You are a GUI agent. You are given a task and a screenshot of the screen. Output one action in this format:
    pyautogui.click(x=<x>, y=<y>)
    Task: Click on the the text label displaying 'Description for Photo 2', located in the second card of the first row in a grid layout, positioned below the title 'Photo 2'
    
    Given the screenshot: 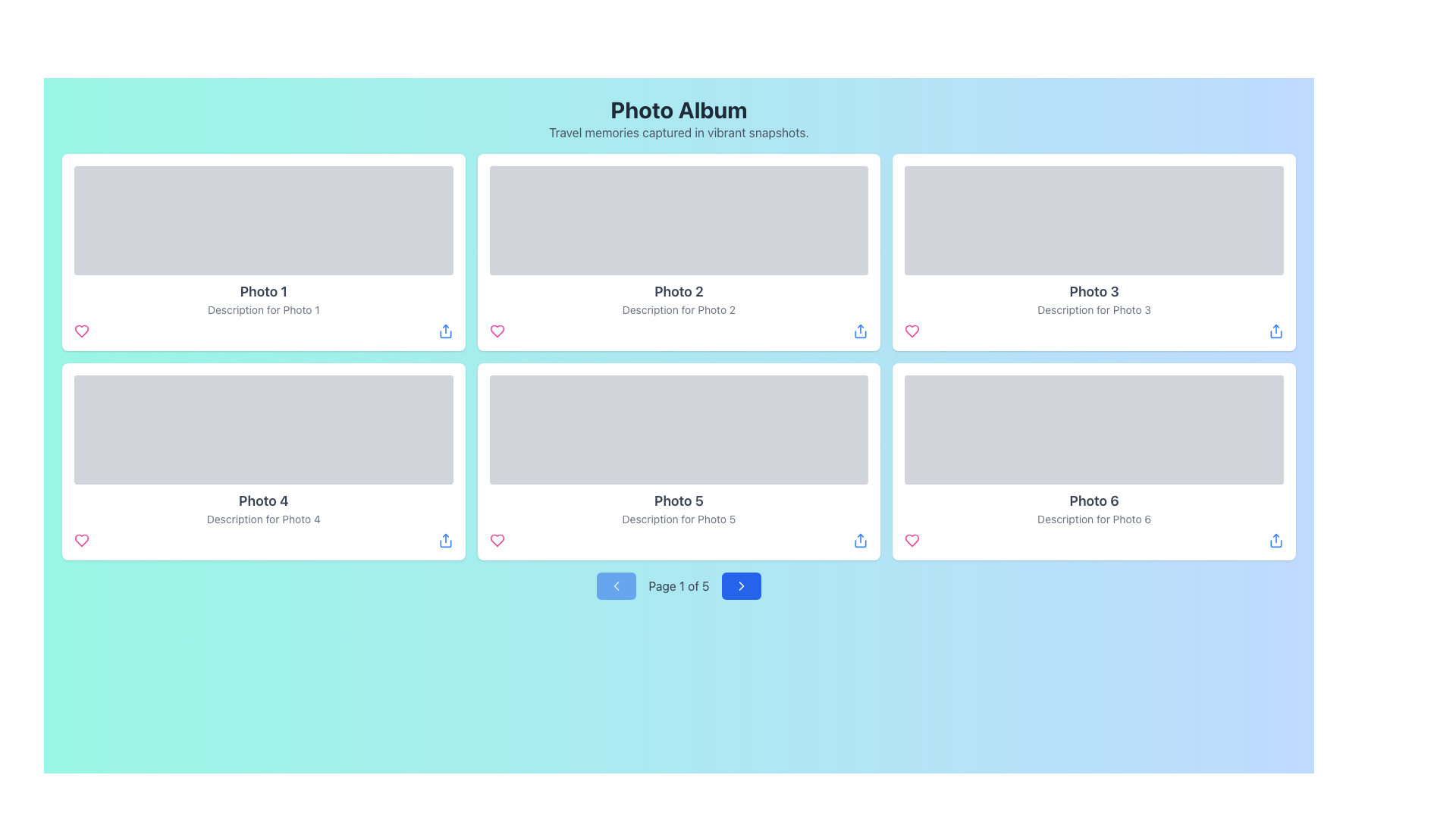 What is the action you would take?
    pyautogui.click(x=678, y=309)
    